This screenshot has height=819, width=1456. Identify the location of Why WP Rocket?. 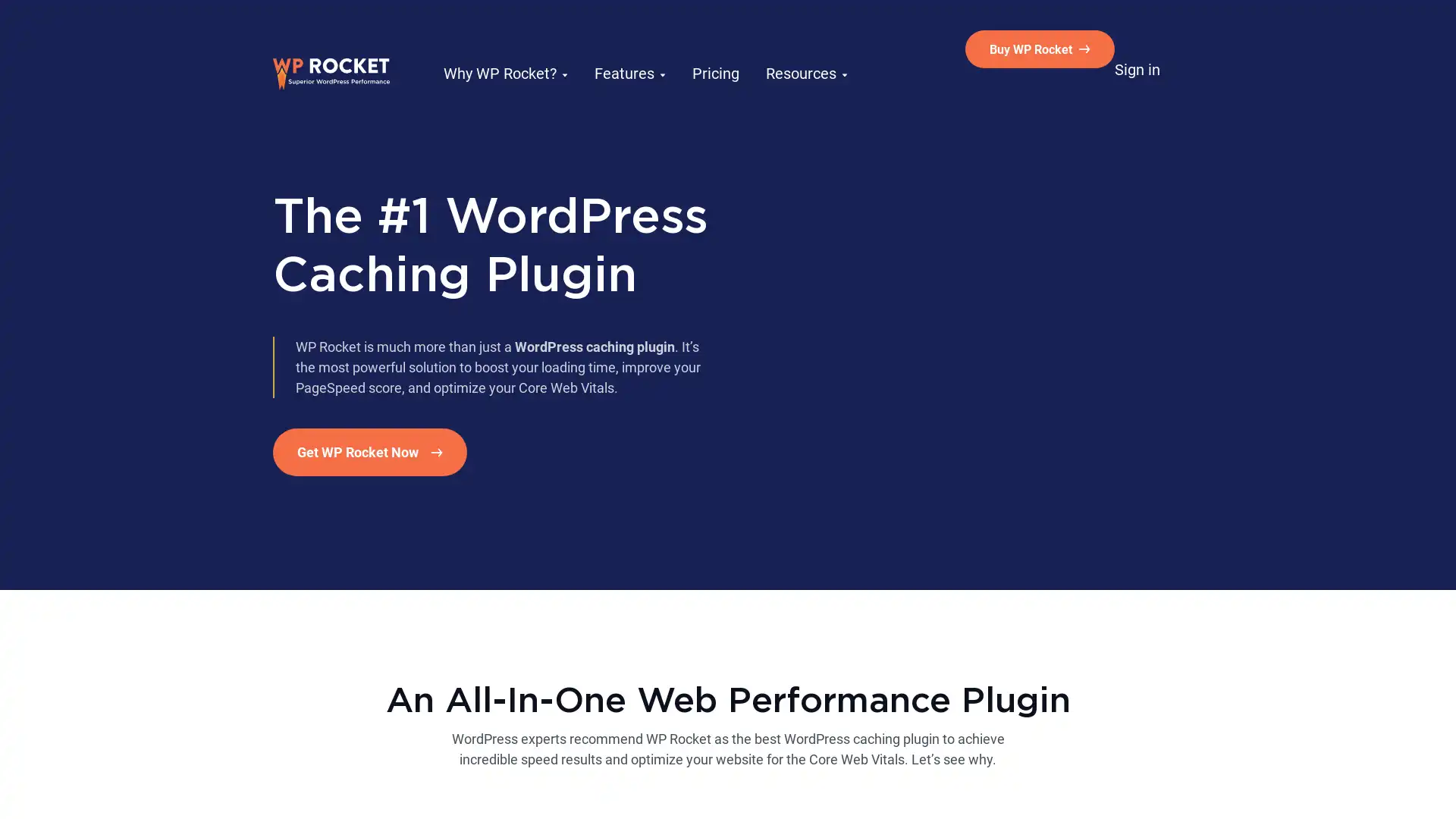
(500, 49).